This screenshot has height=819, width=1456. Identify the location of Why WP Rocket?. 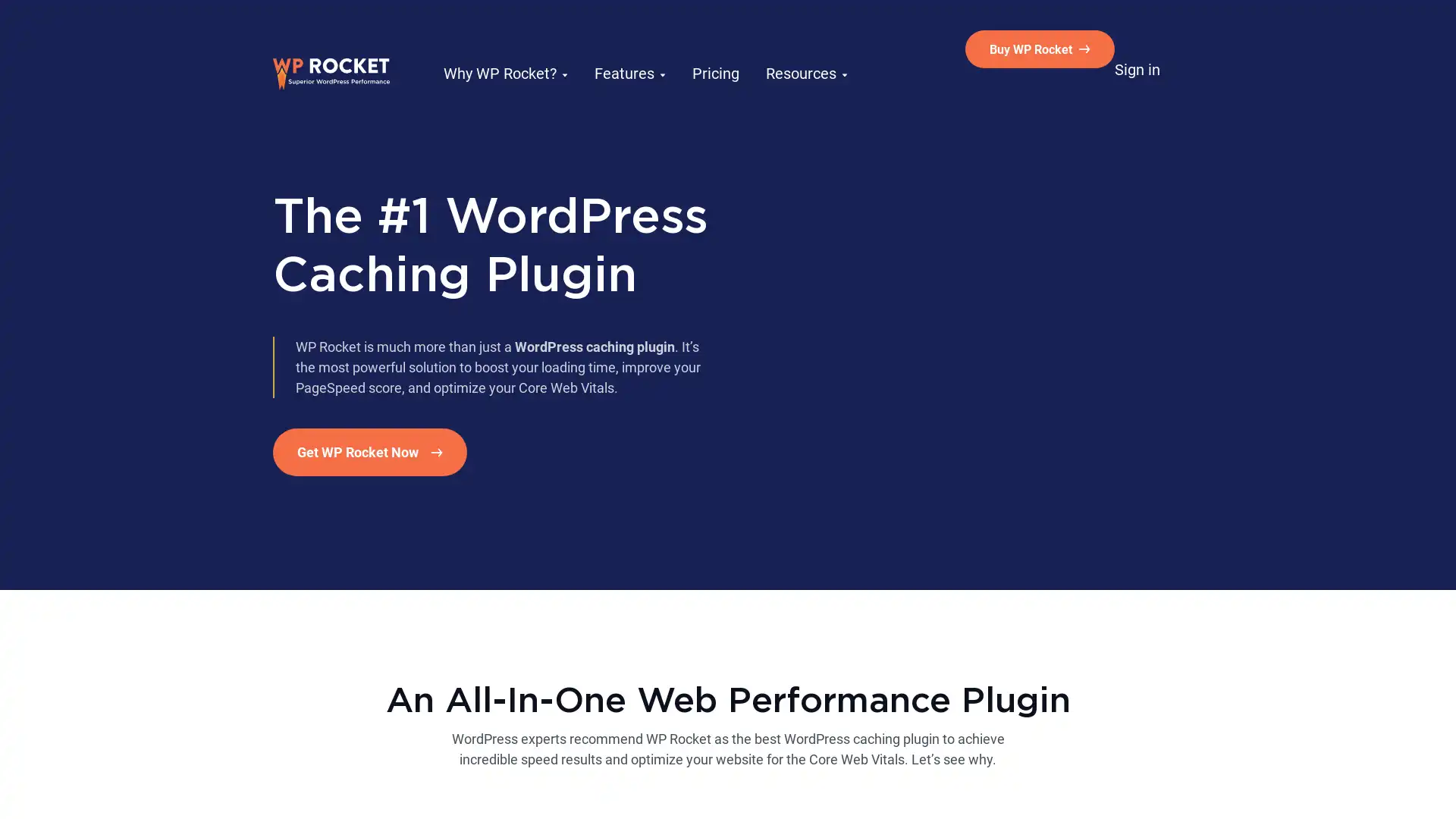
(500, 49).